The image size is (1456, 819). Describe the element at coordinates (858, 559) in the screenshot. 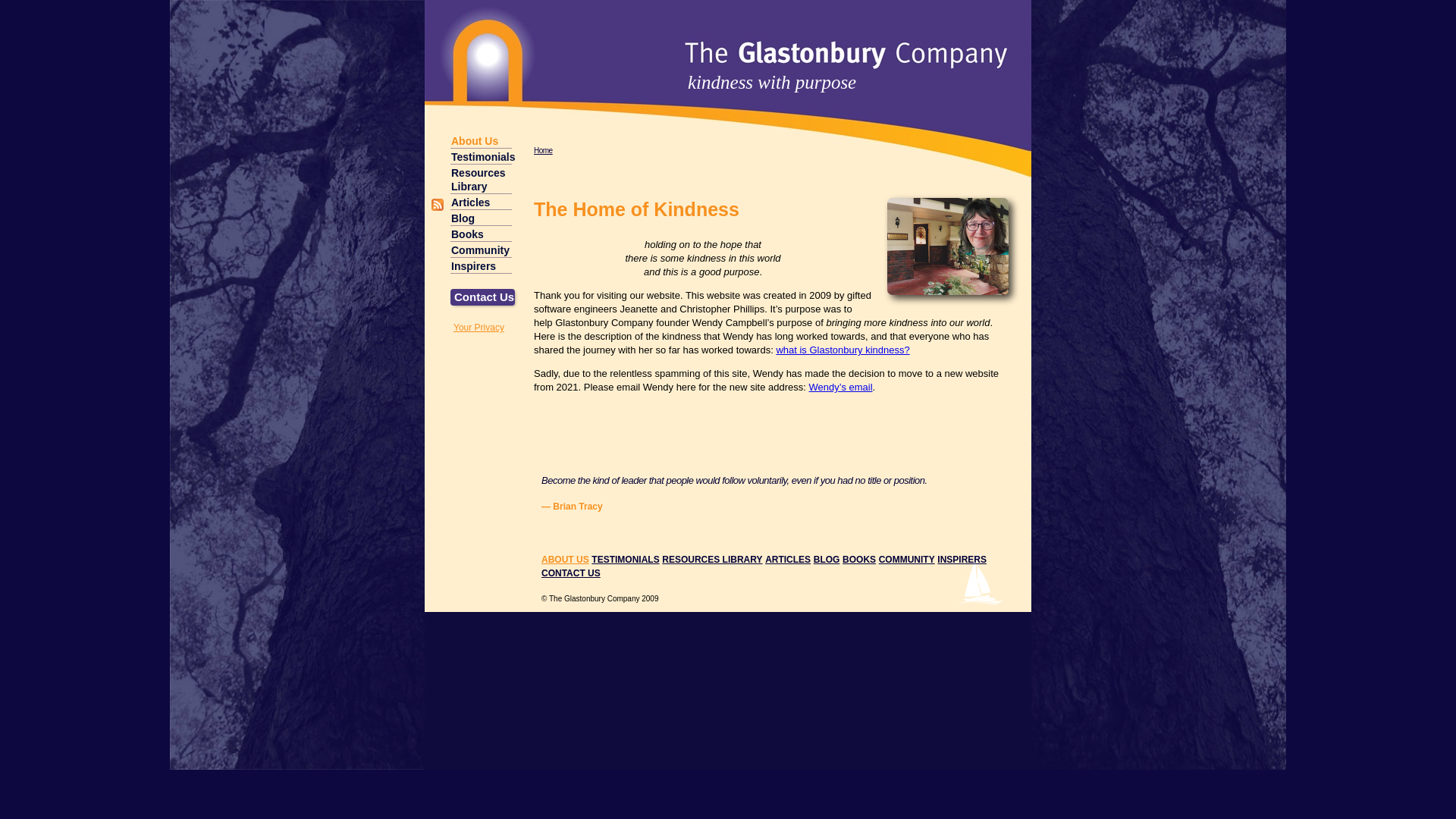

I see `'BOOKS'` at that location.